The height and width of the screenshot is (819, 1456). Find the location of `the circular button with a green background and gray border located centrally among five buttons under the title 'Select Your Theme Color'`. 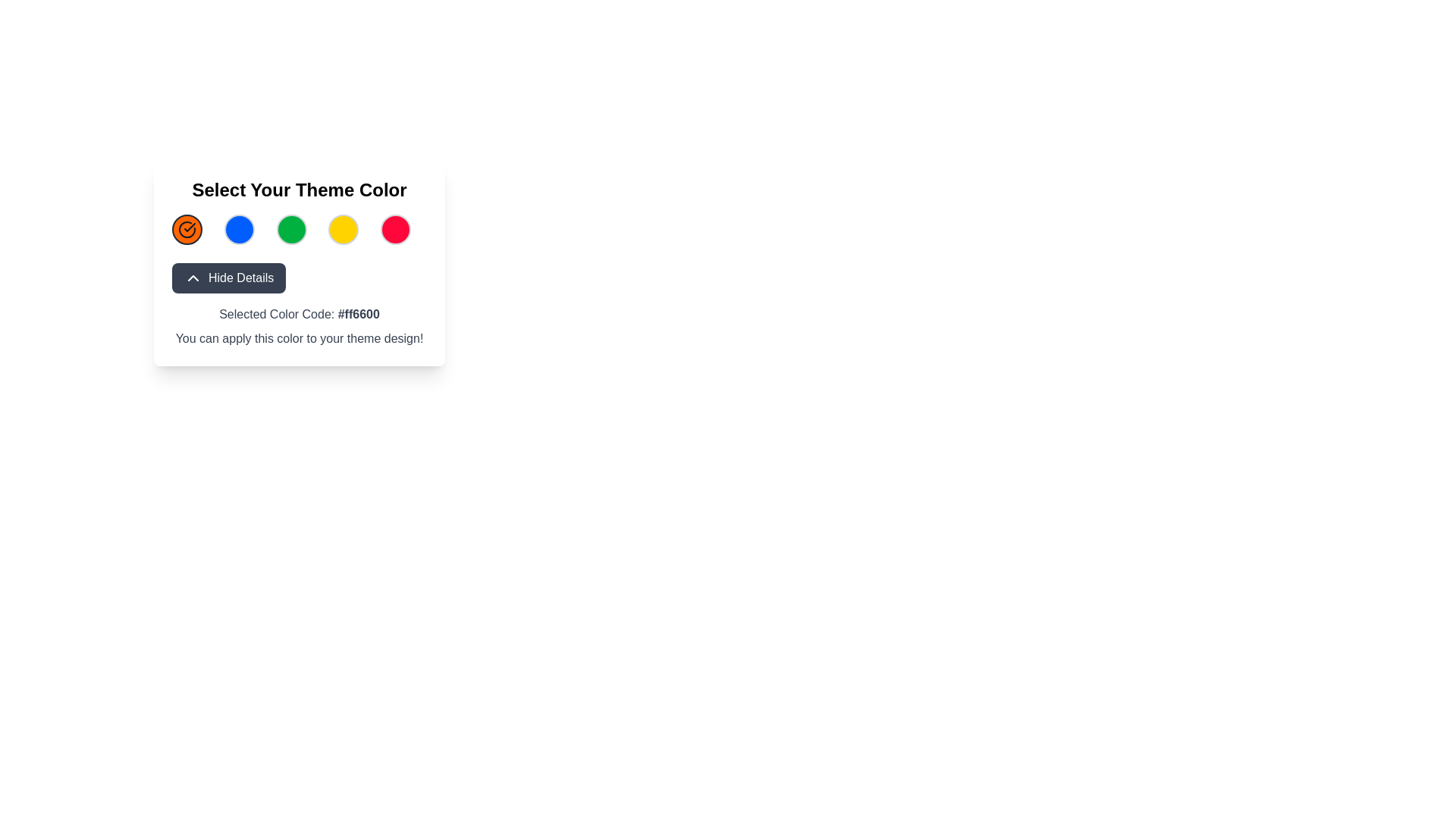

the circular button with a green background and gray border located centrally among five buttons under the title 'Select Your Theme Color' is located at coordinates (291, 230).